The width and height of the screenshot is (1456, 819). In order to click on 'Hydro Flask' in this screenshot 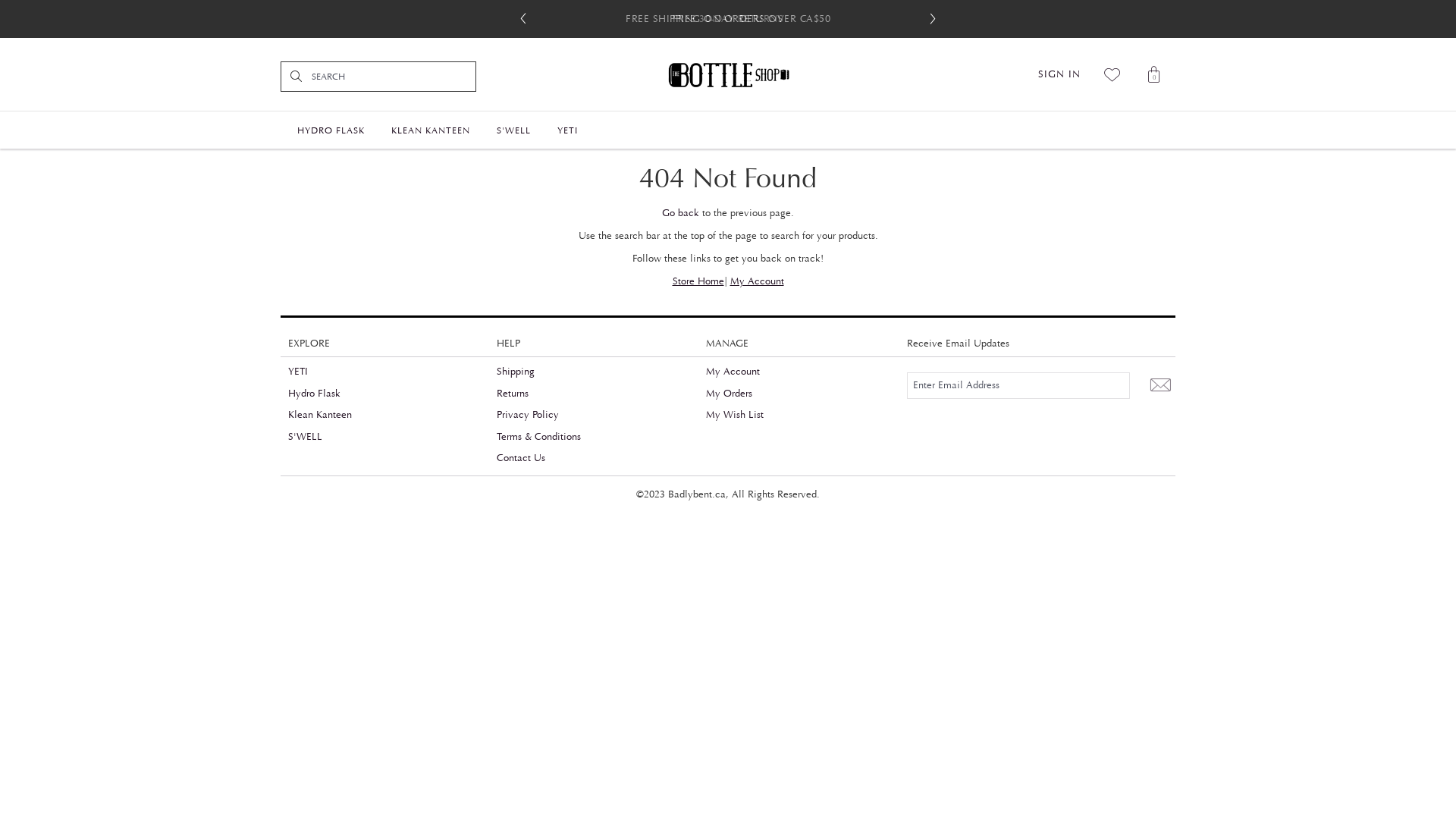, I will do `click(313, 393)`.